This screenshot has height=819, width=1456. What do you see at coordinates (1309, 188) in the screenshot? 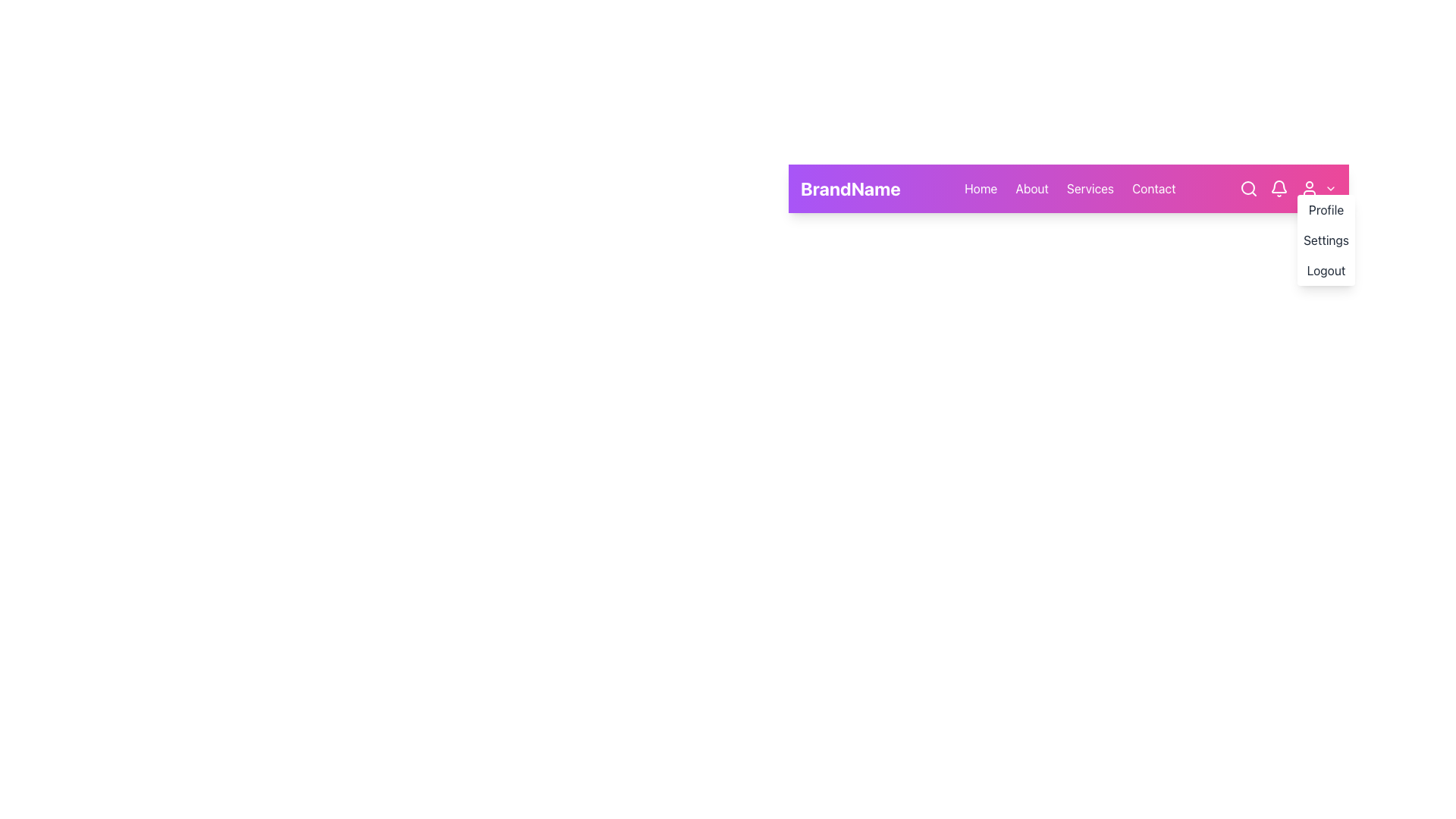
I see `the user icon represented by a simple outline of a person in white against a pink background, located at the top-right corner of the navigation bar` at bounding box center [1309, 188].